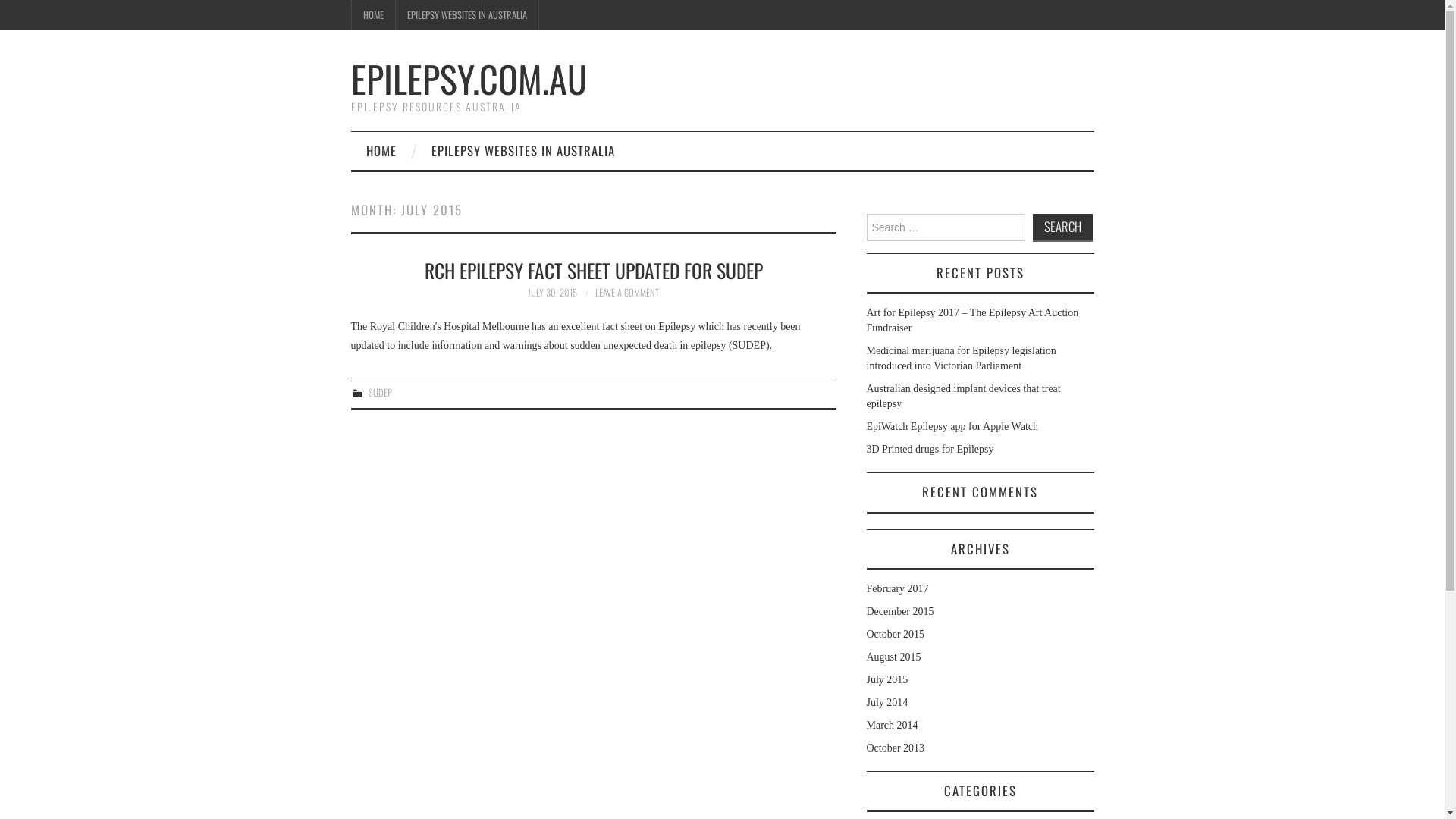  What do you see at coordinates (467, 78) in the screenshot?
I see `'EPILEPSY.COM.AU'` at bounding box center [467, 78].